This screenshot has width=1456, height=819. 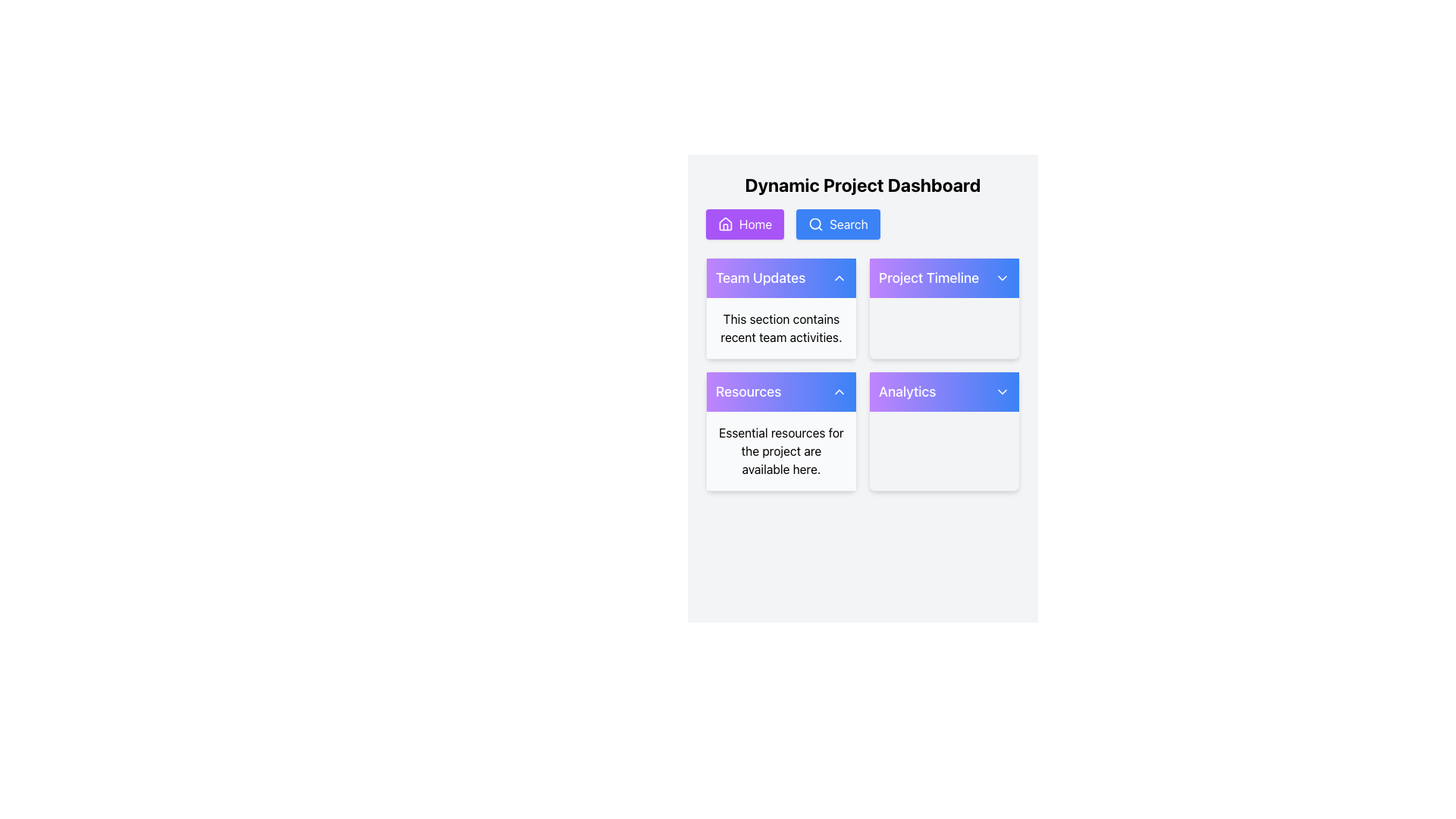 I want to click on the blue rounded rectangle button labeled 'Search' that contains a magnifying glass icon, so click(x=837, y=224).